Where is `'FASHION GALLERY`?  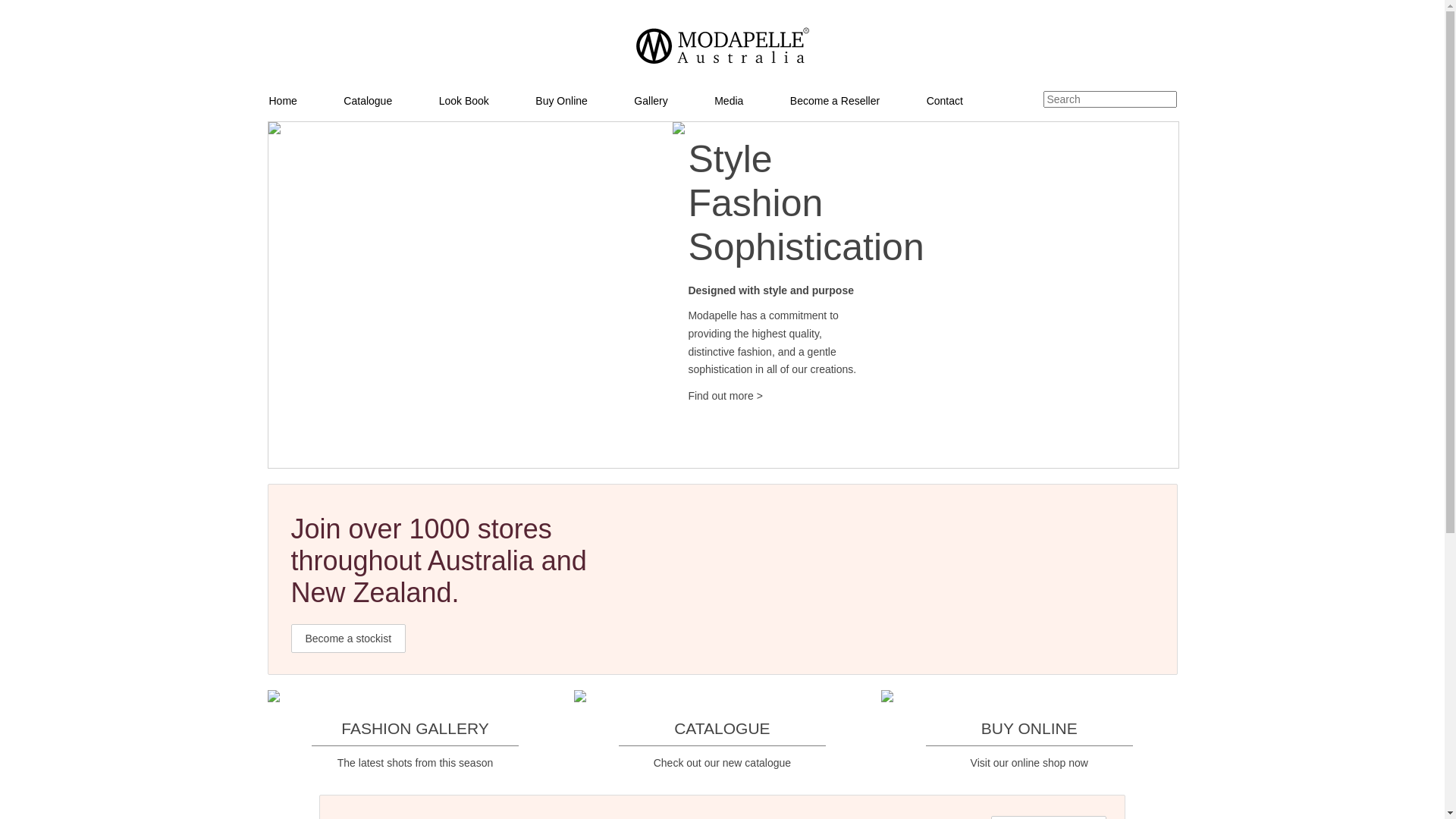 'FASHION GALLERY is located at coordinates (415, 728).